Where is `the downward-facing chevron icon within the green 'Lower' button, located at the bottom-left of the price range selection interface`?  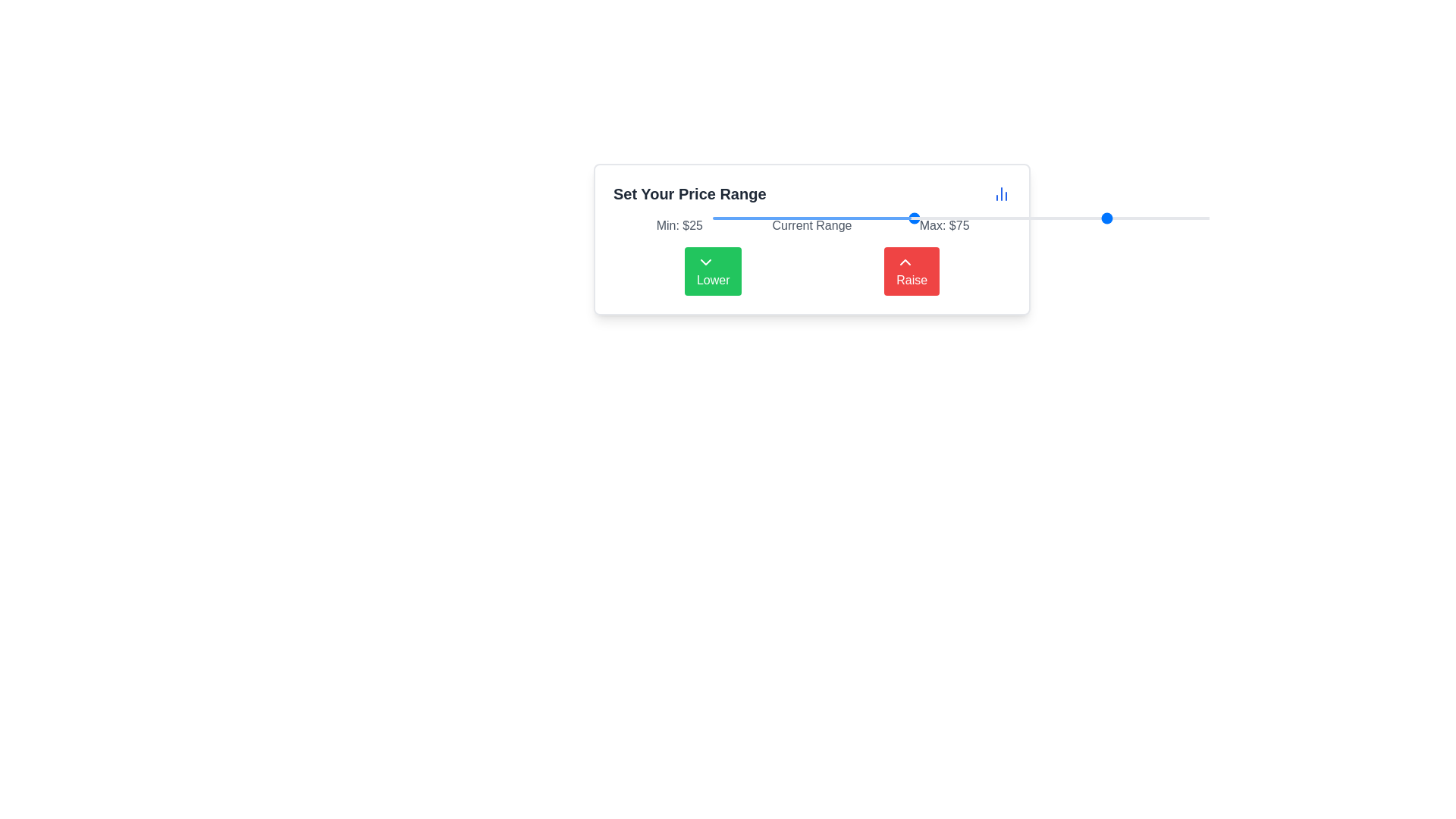
the downward-facing chevron icon within the green 'Lower' button, located at the bottom-left of the price range selection interface is located at coordinates (704, 262).